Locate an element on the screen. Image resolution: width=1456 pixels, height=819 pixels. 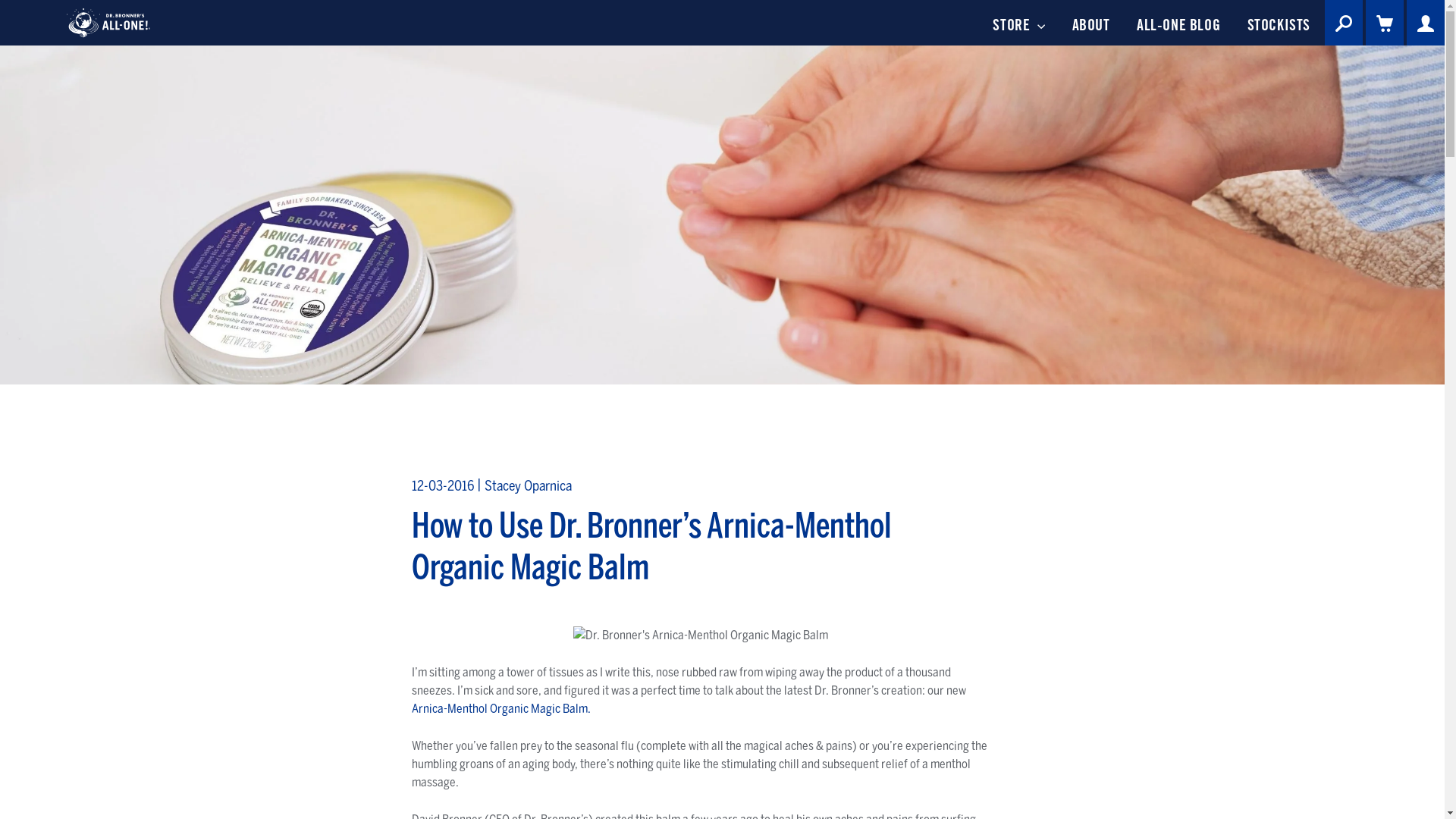
'STORE' is located at coordinates (1018, 23).